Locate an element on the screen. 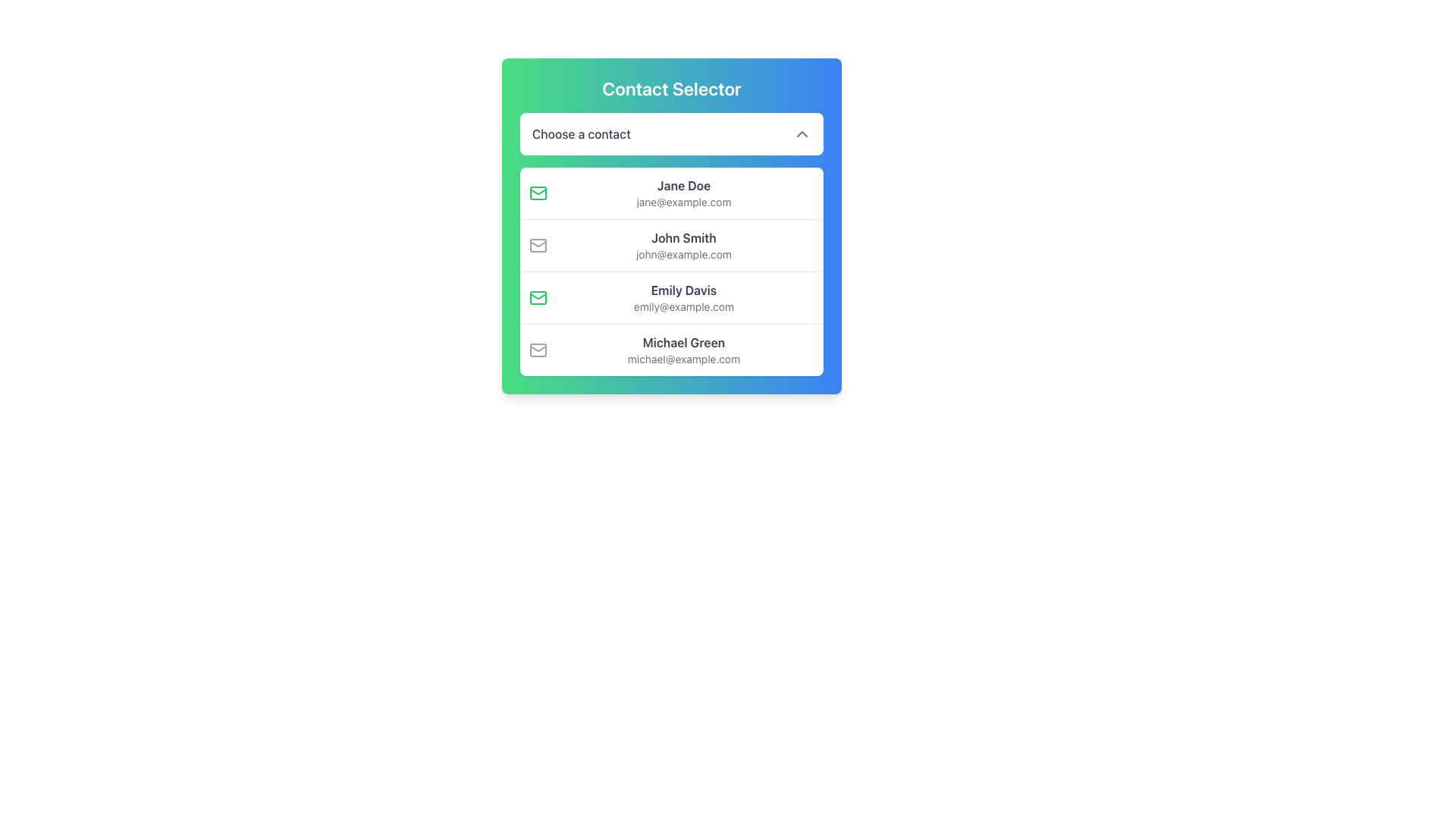  the list item displaying 'John Smith' with the envelope icon is located at coordinates (671, 226).